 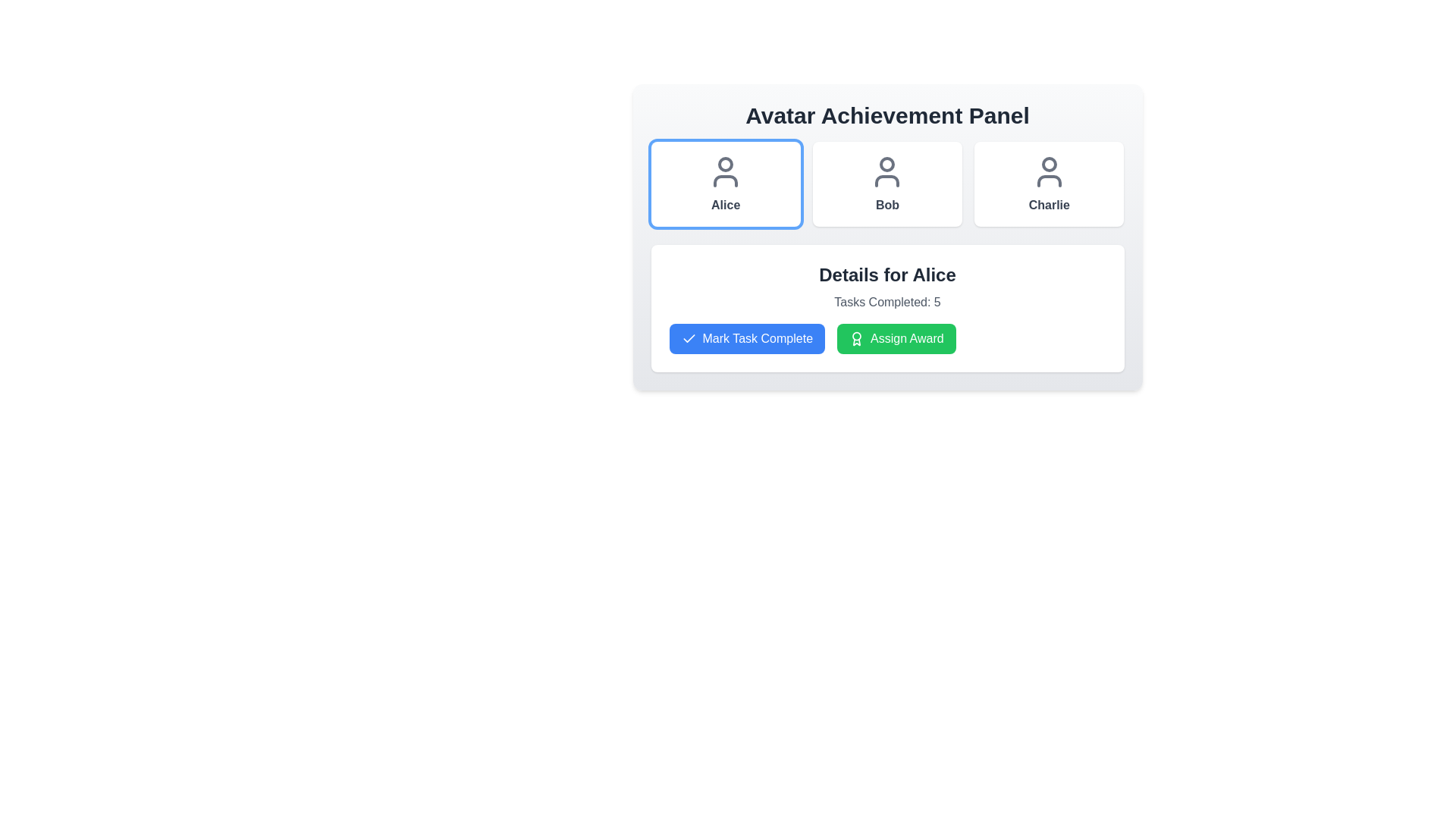 What do you see at coordinates (887, 302) in the screenshot?
I see `the text label displaying 'Tasks Completed: 5' which is located within the panel titled 'Details for Alice.'` at bounding box center [887, 302].